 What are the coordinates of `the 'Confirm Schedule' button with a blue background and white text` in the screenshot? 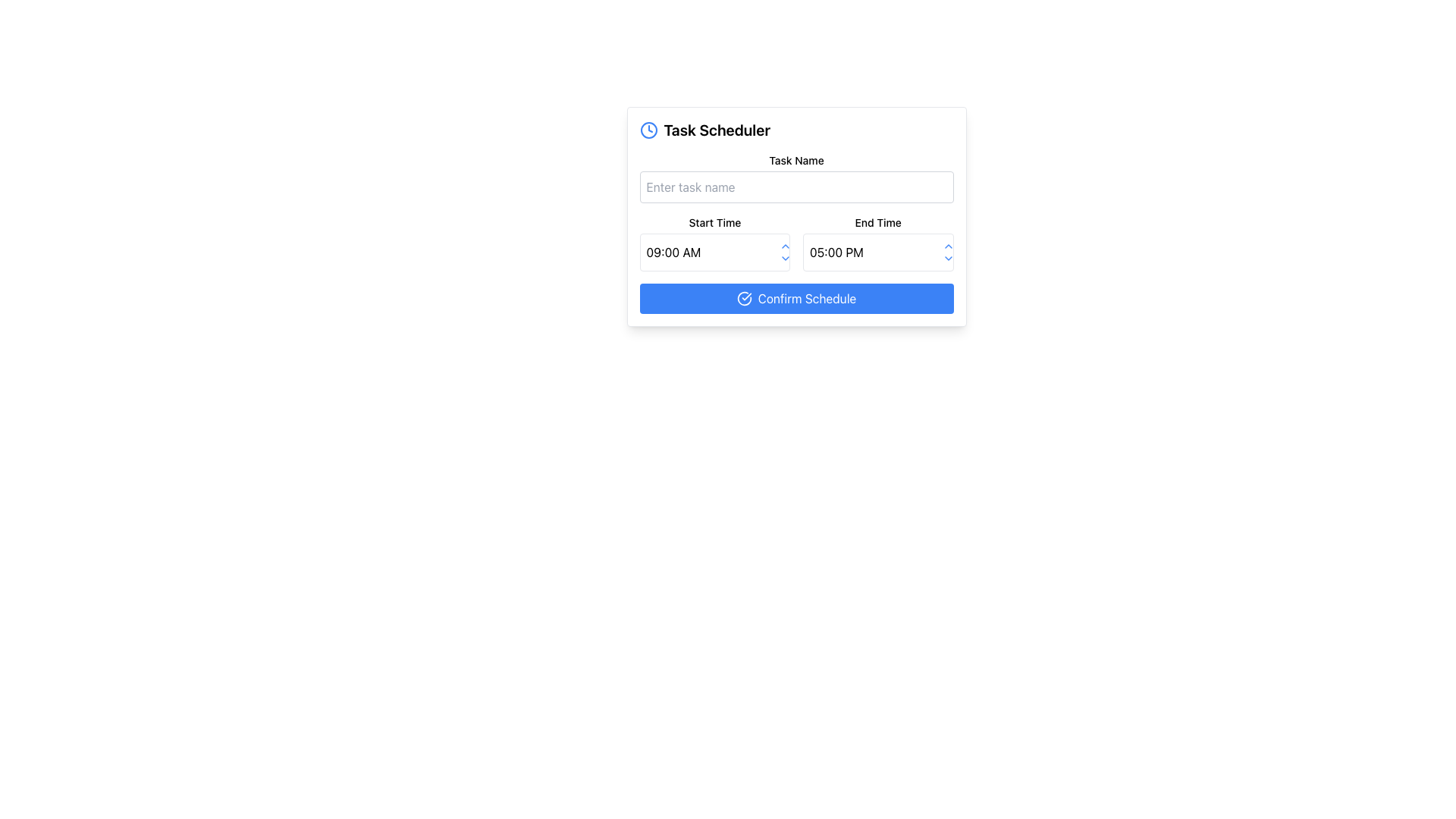 It's located at (795, 298).